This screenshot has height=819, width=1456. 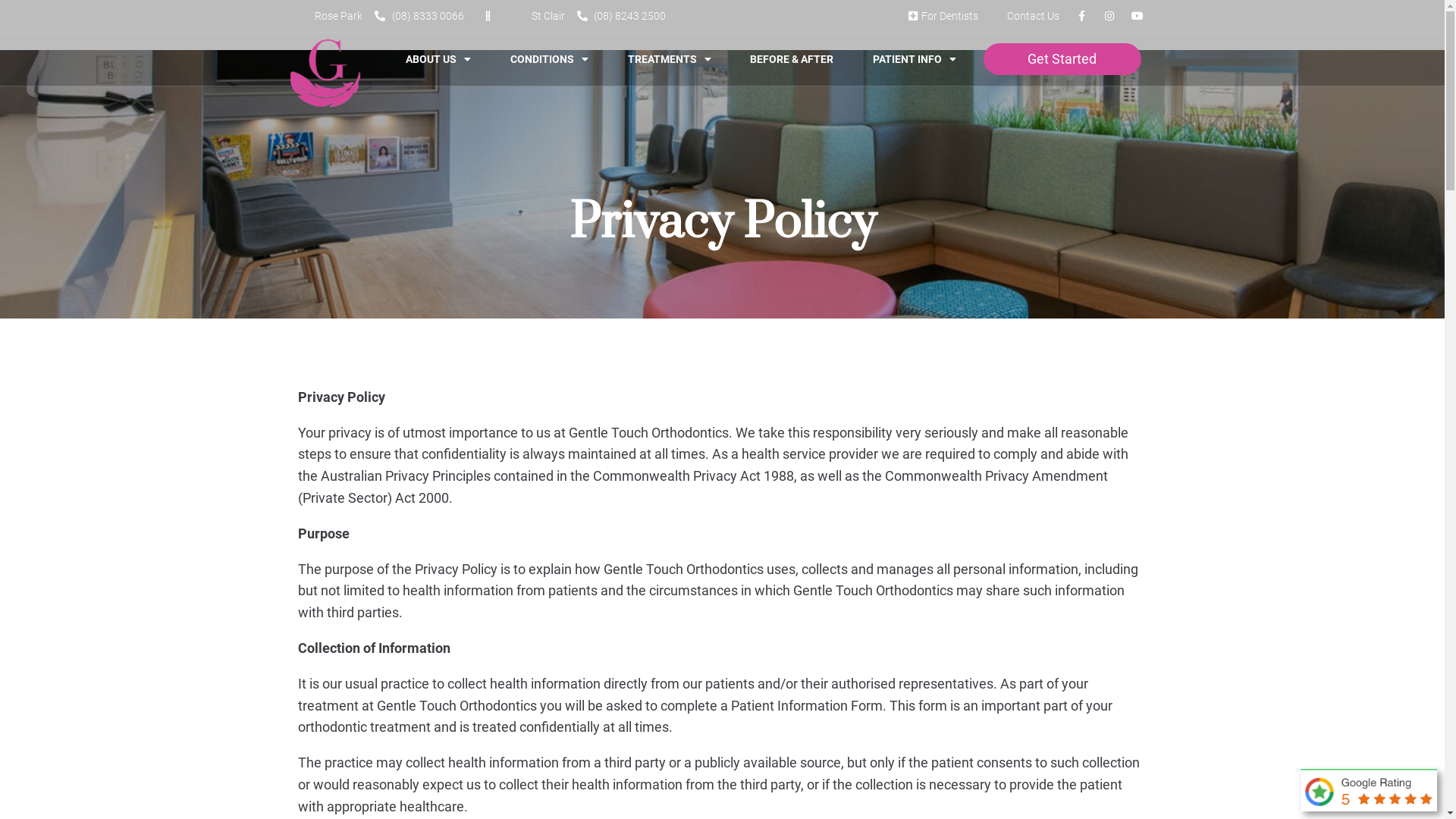 What do you see at coordinates (1062, 58) in the screenshot?
I see `'Get Started'` at bounding box center [1062, 58].